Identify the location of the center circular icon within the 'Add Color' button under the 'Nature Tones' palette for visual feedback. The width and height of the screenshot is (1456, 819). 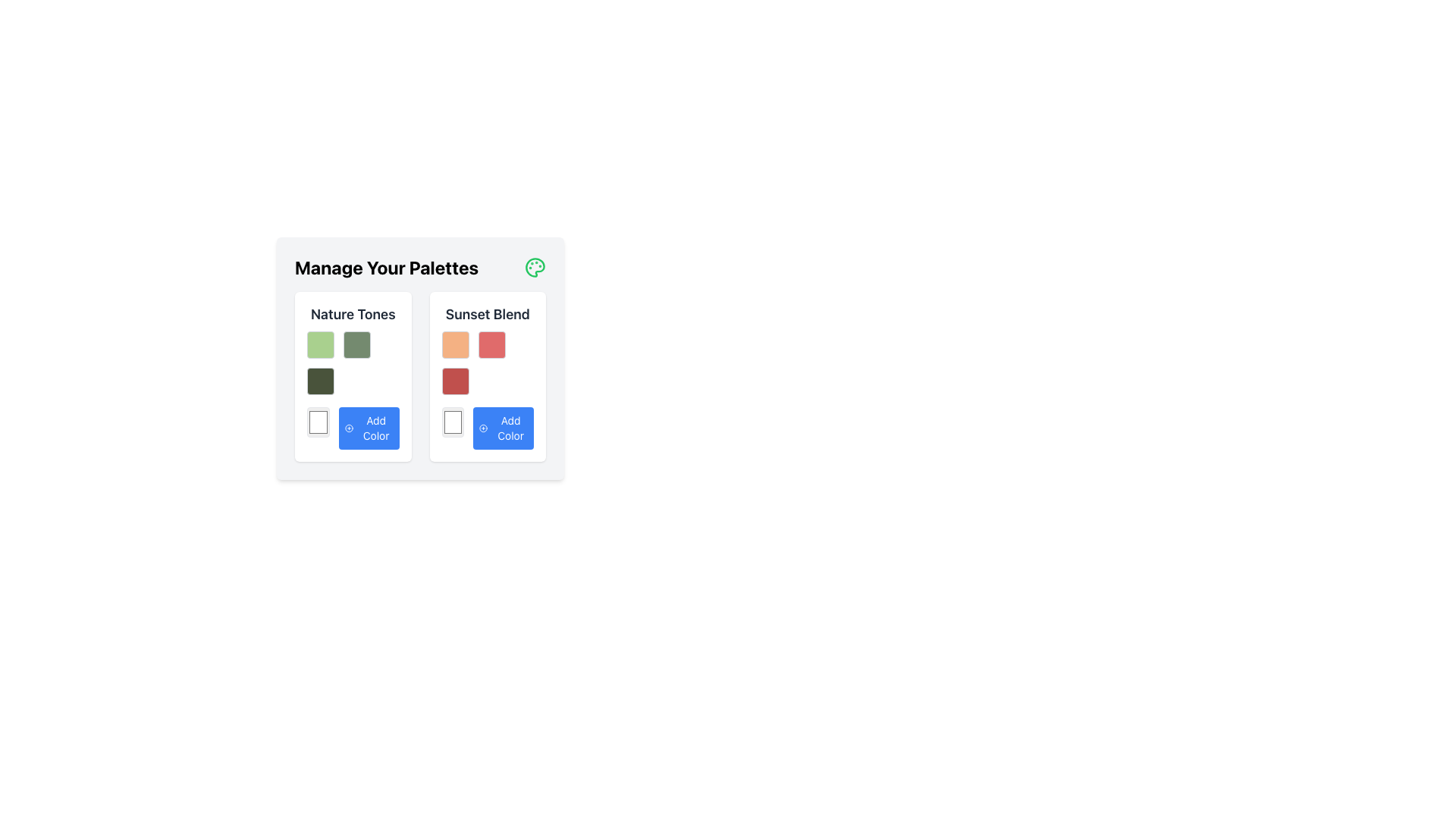
(348, 428).